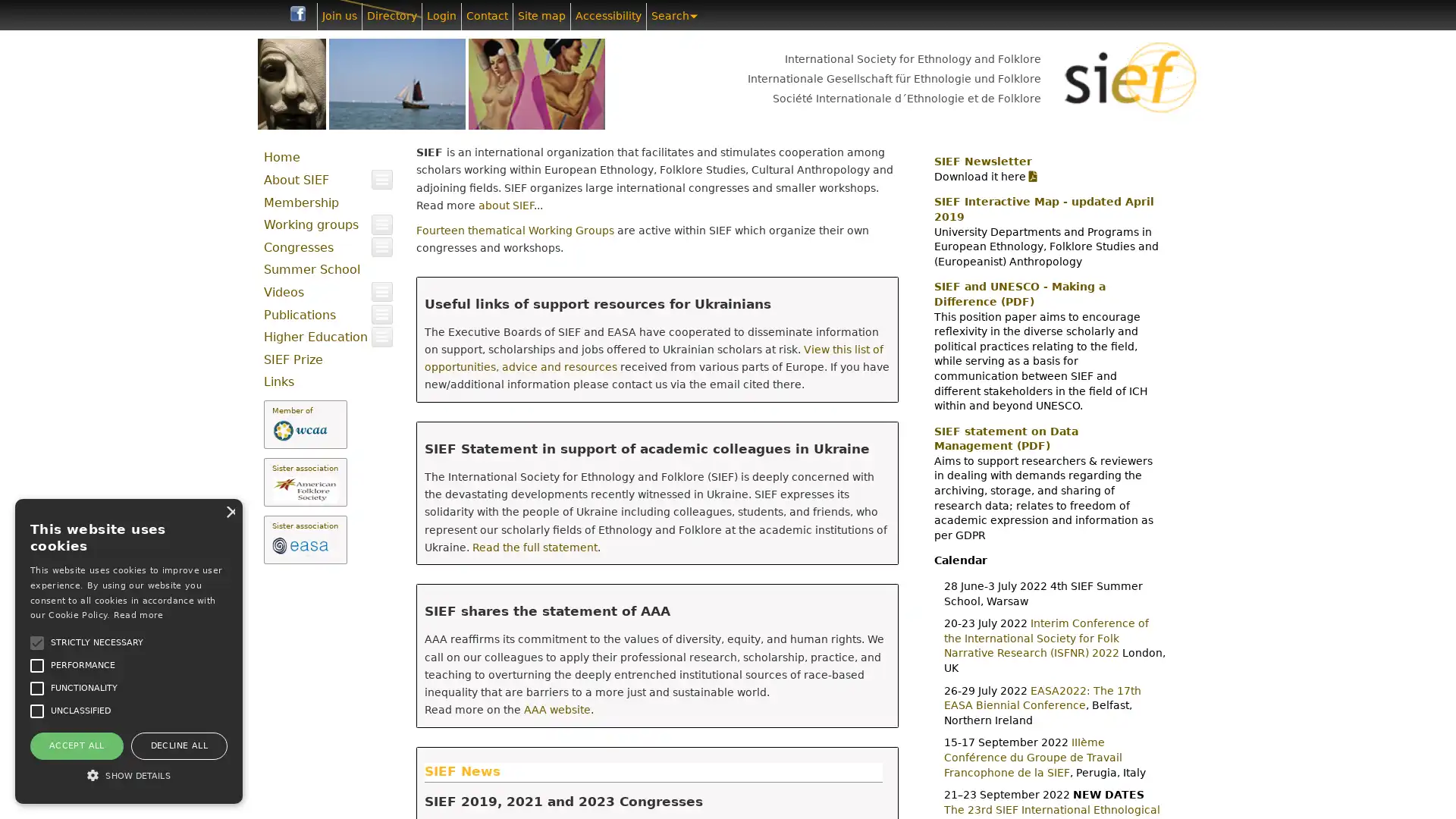  Describe the element at coordinates (75, 745) in the screenshot. I see `ACCEPT ALL` at that location.